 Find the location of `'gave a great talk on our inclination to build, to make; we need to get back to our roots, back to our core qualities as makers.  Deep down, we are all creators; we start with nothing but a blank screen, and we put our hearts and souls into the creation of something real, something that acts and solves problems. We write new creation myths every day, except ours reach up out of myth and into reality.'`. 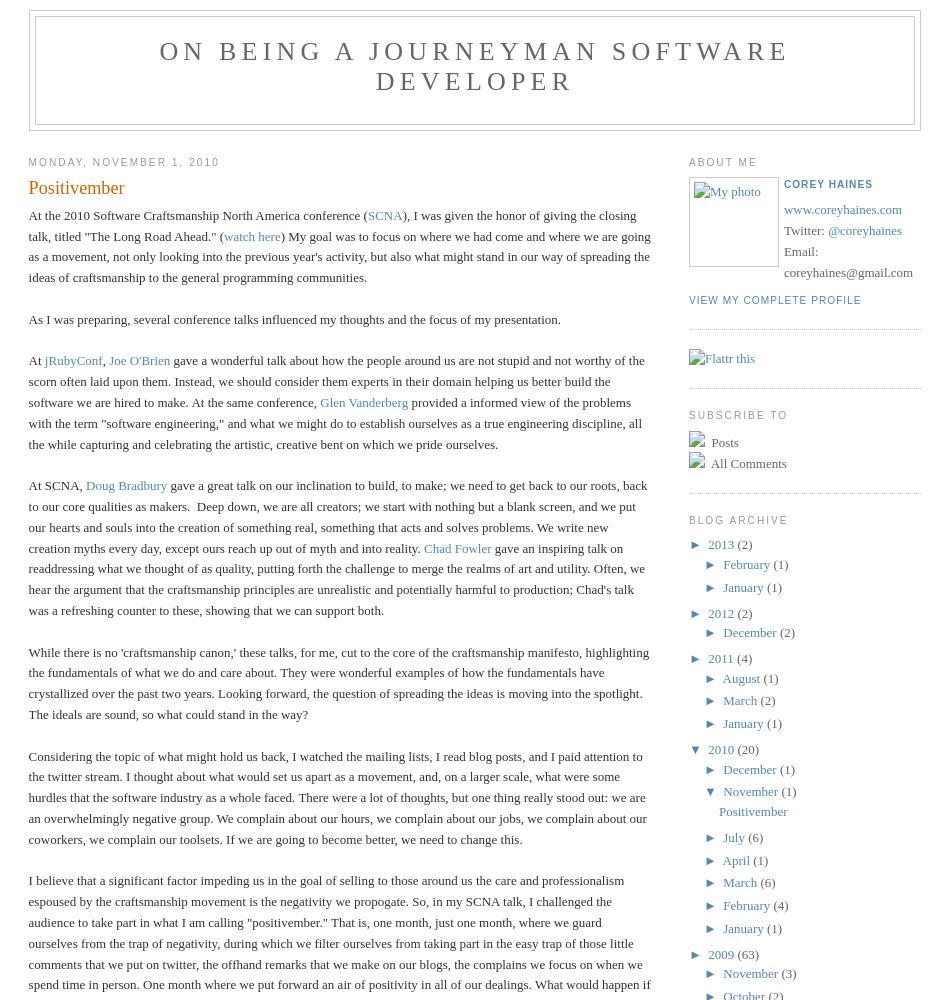

'gave a great talk on our inclination to build, to make; we need to get back to our roots, back to our core qualities as makers.  Deep down, we are all creators; we start with nothing but a blank screen, and we put our hearts and souls into the creation of something real, something that acts and solves problems. We write new creation myths every day, except ours reach up out of myth and into reality.' is located at coordinates (336, 516).